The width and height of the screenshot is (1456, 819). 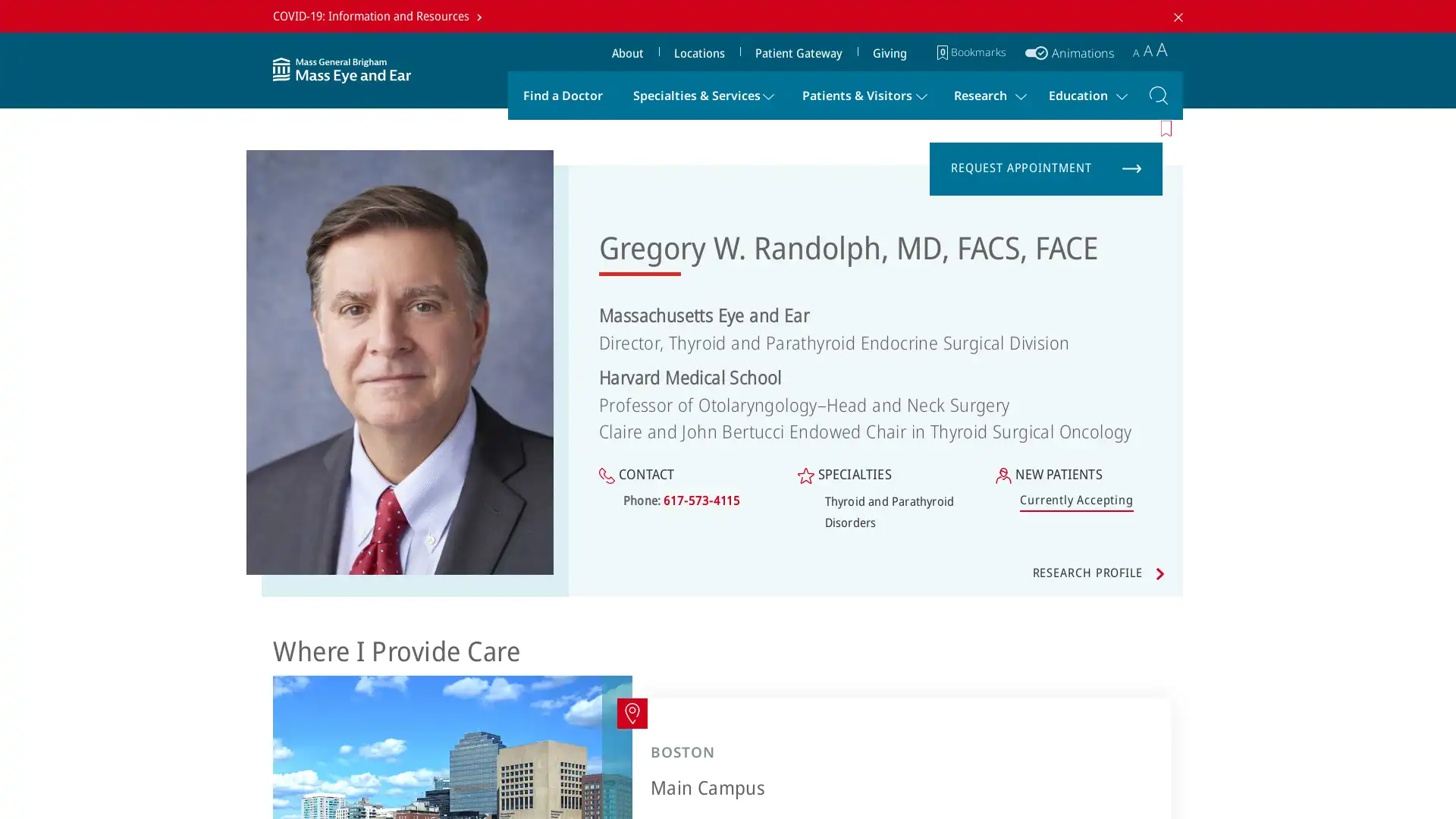 What do you see at coordinates (1167, 127) in the screenshot?
I see `Bookmark this page` at bounding box center [1167, 127].